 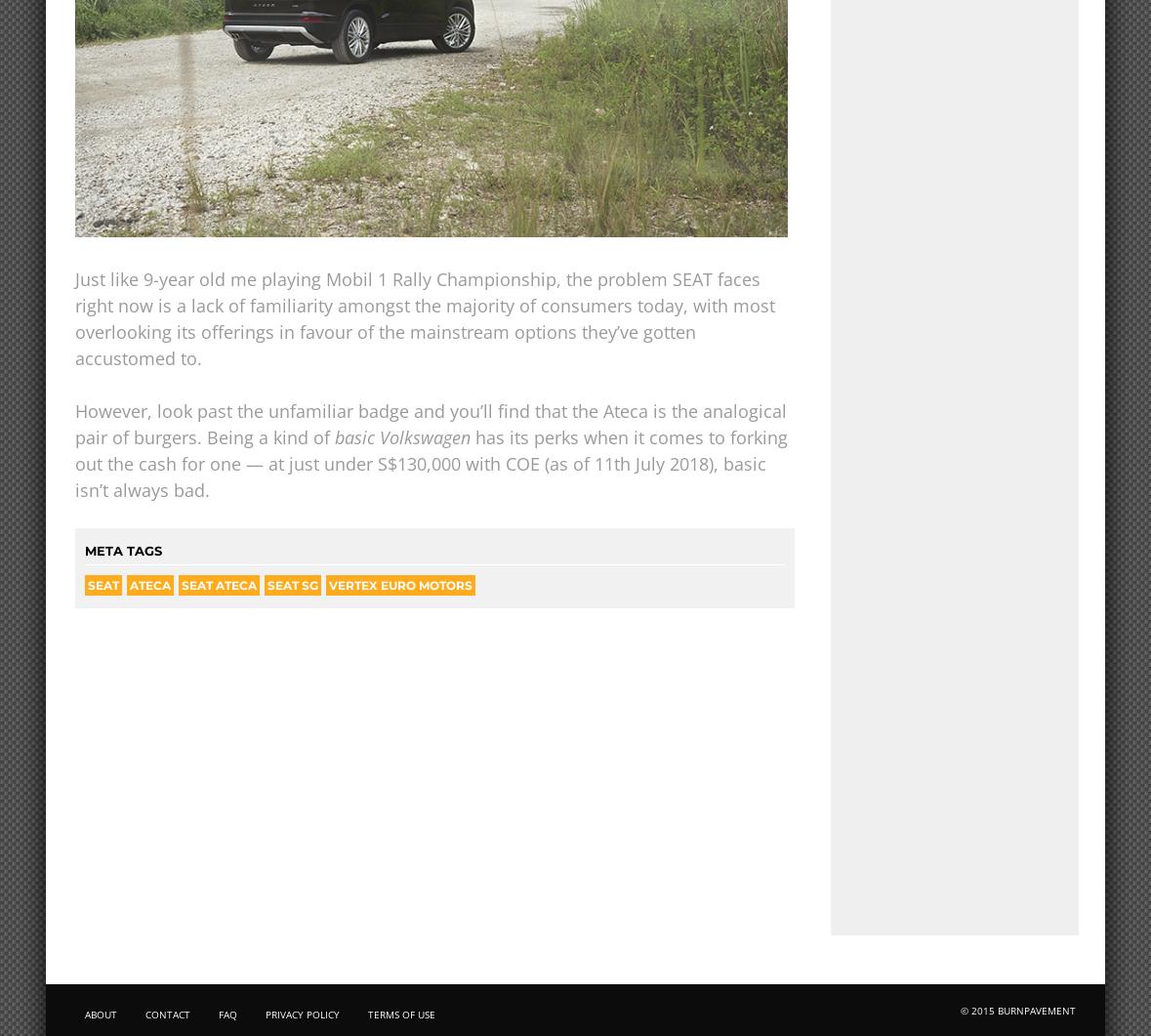 What do you see at coordinates (128, 584) in the screenshot?
I see `'Ateca'` at bounding box center [128, 584].